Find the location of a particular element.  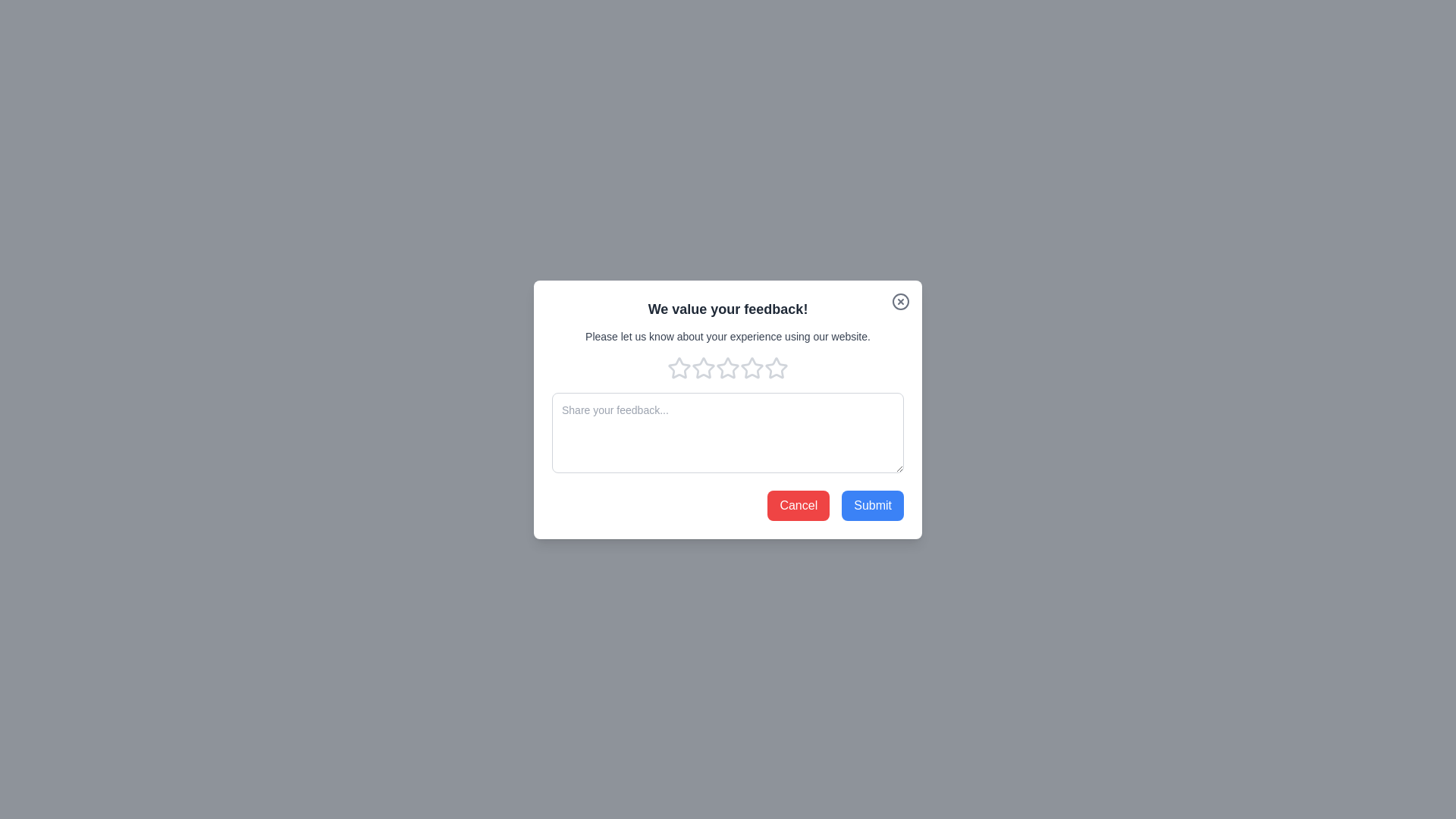

the 'Cancel' button to close the feedback dialog and cancel the submission is located at coordinates (797, 505).